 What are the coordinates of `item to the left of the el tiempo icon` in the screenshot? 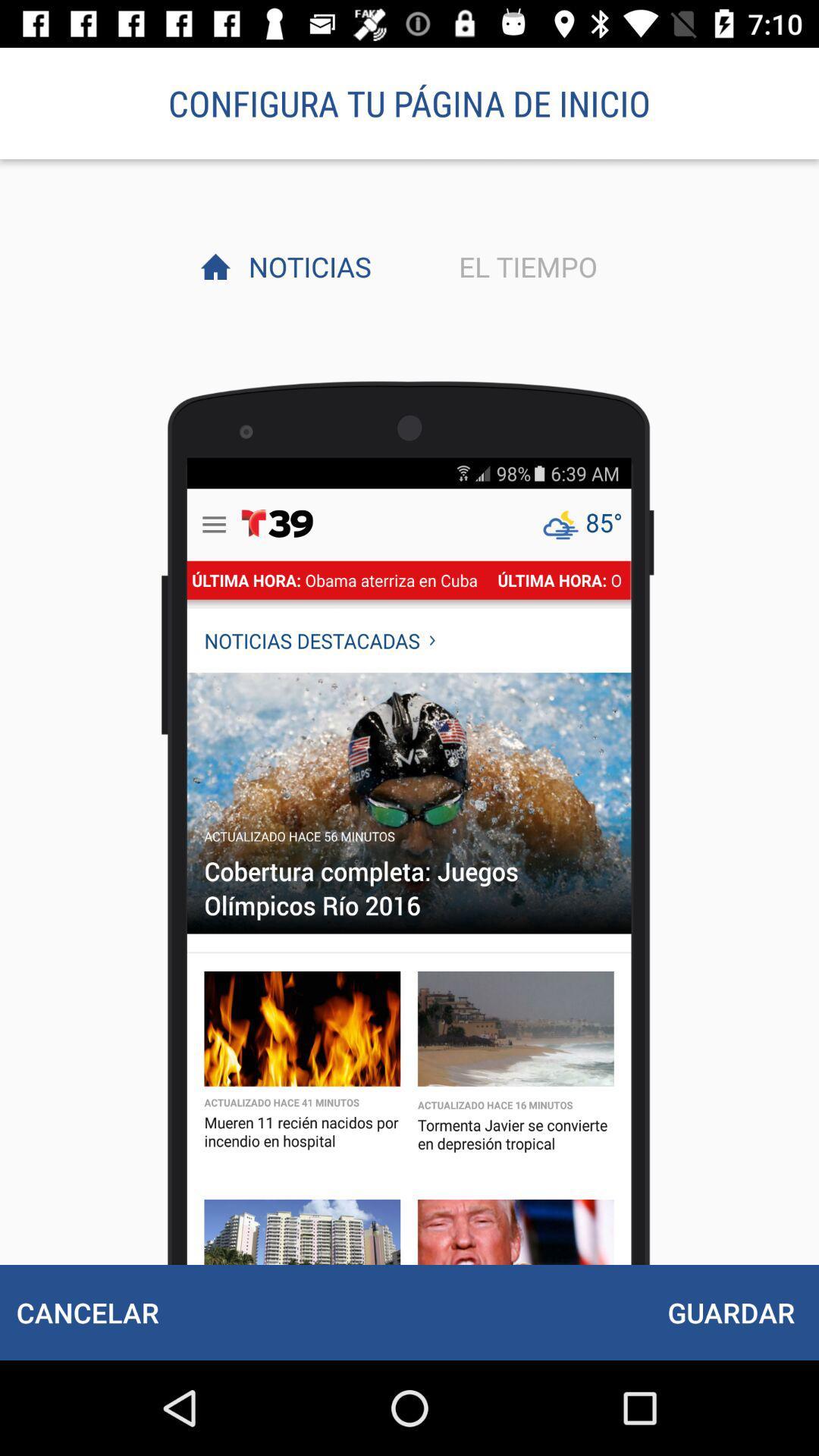 It's located at (306, 266).